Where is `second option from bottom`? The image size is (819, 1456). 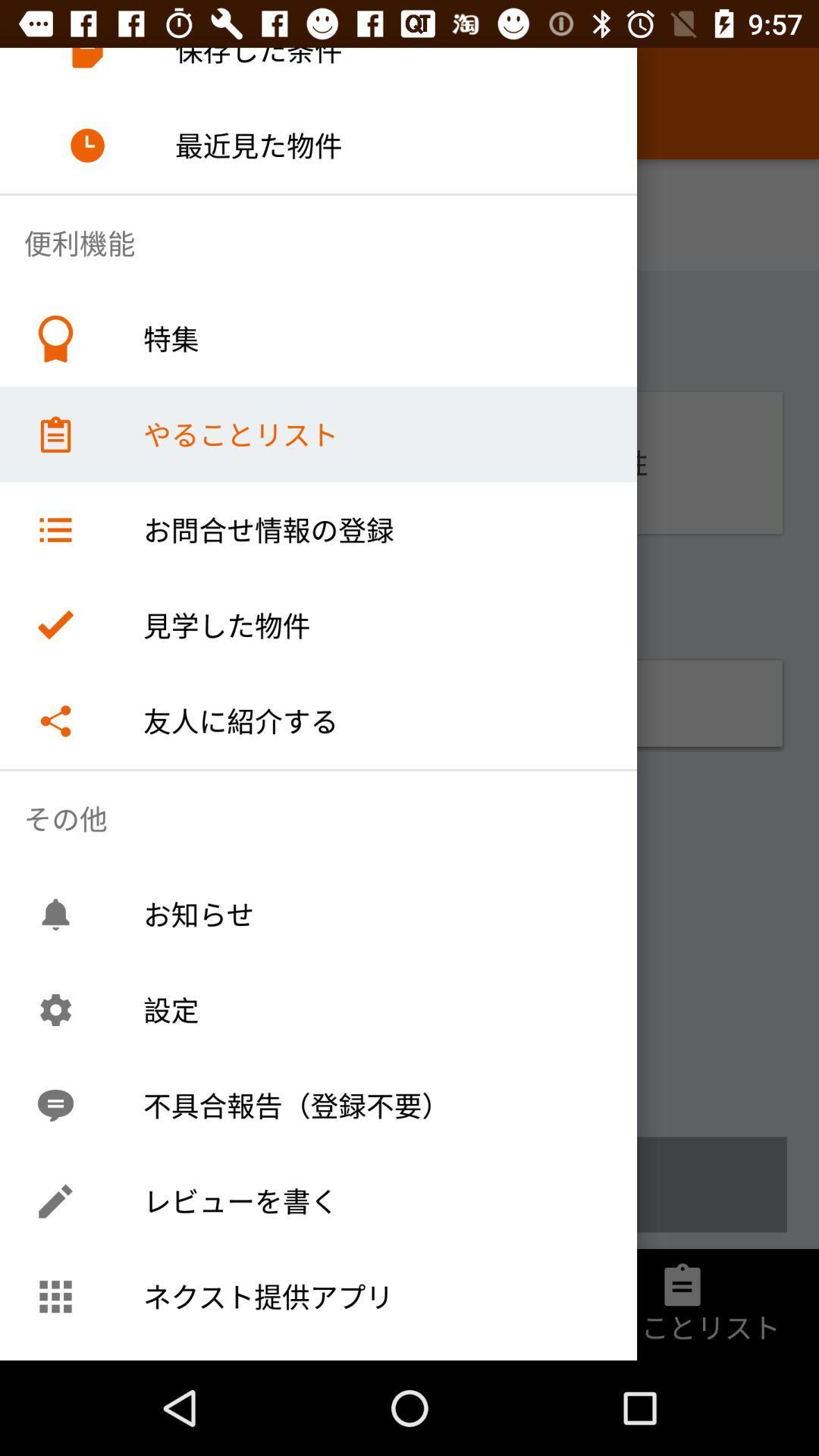
second option from bottom is located at coordinates (409, 1183).